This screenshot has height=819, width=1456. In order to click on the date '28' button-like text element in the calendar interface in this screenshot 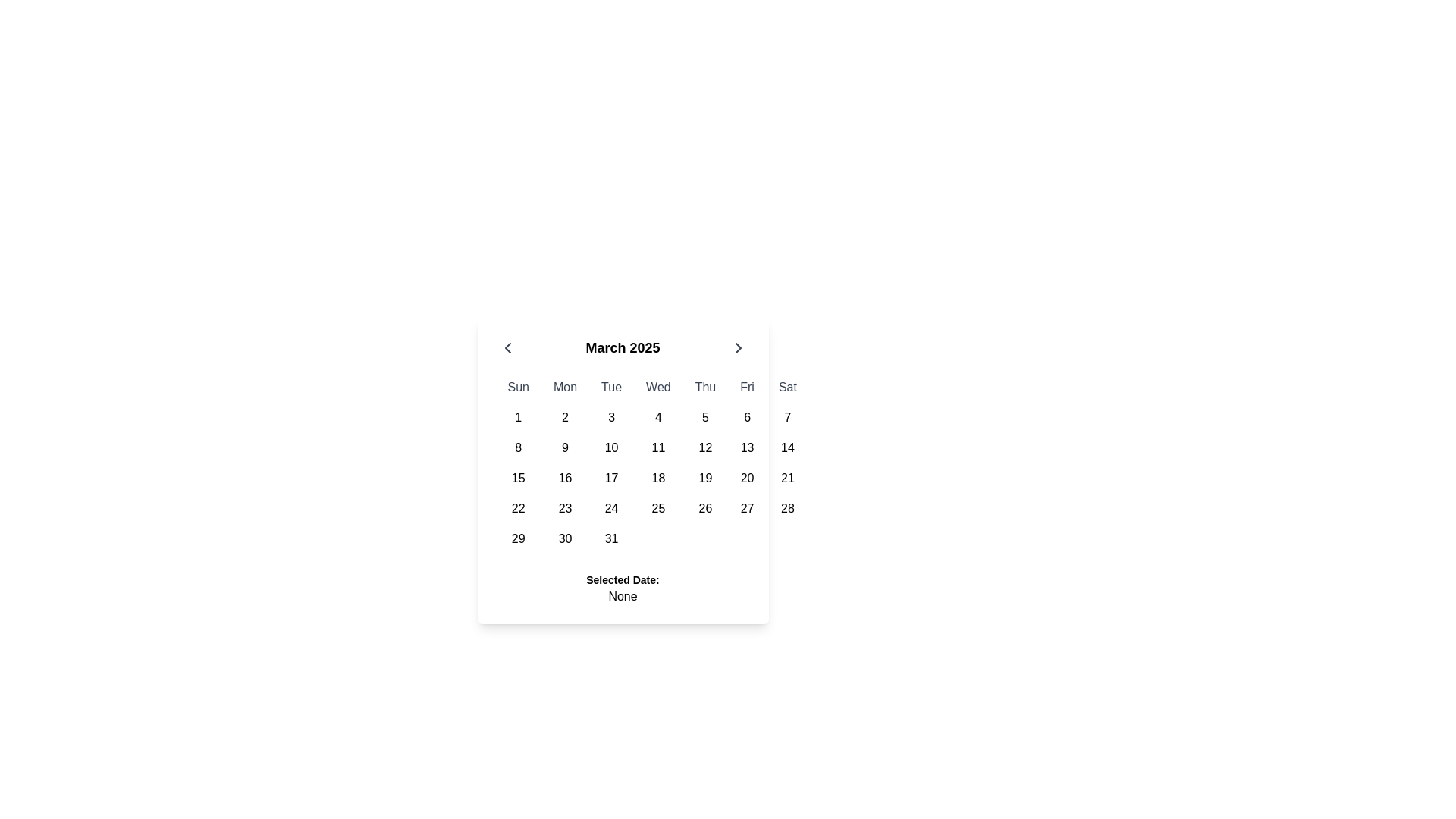, I will do `click(786, 509)`.